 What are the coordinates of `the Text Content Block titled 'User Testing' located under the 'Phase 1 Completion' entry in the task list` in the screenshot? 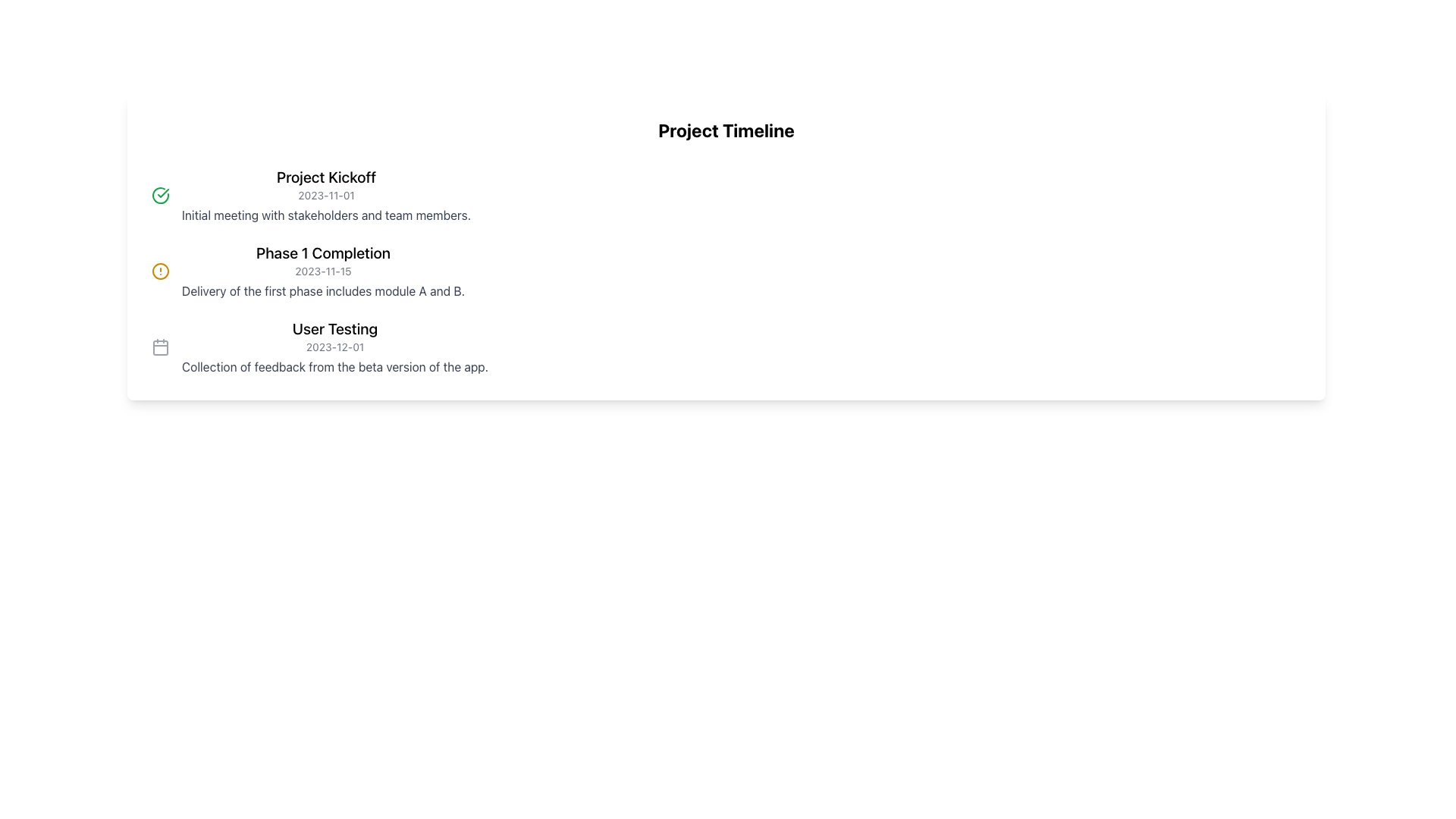 It's located at (334, 347).